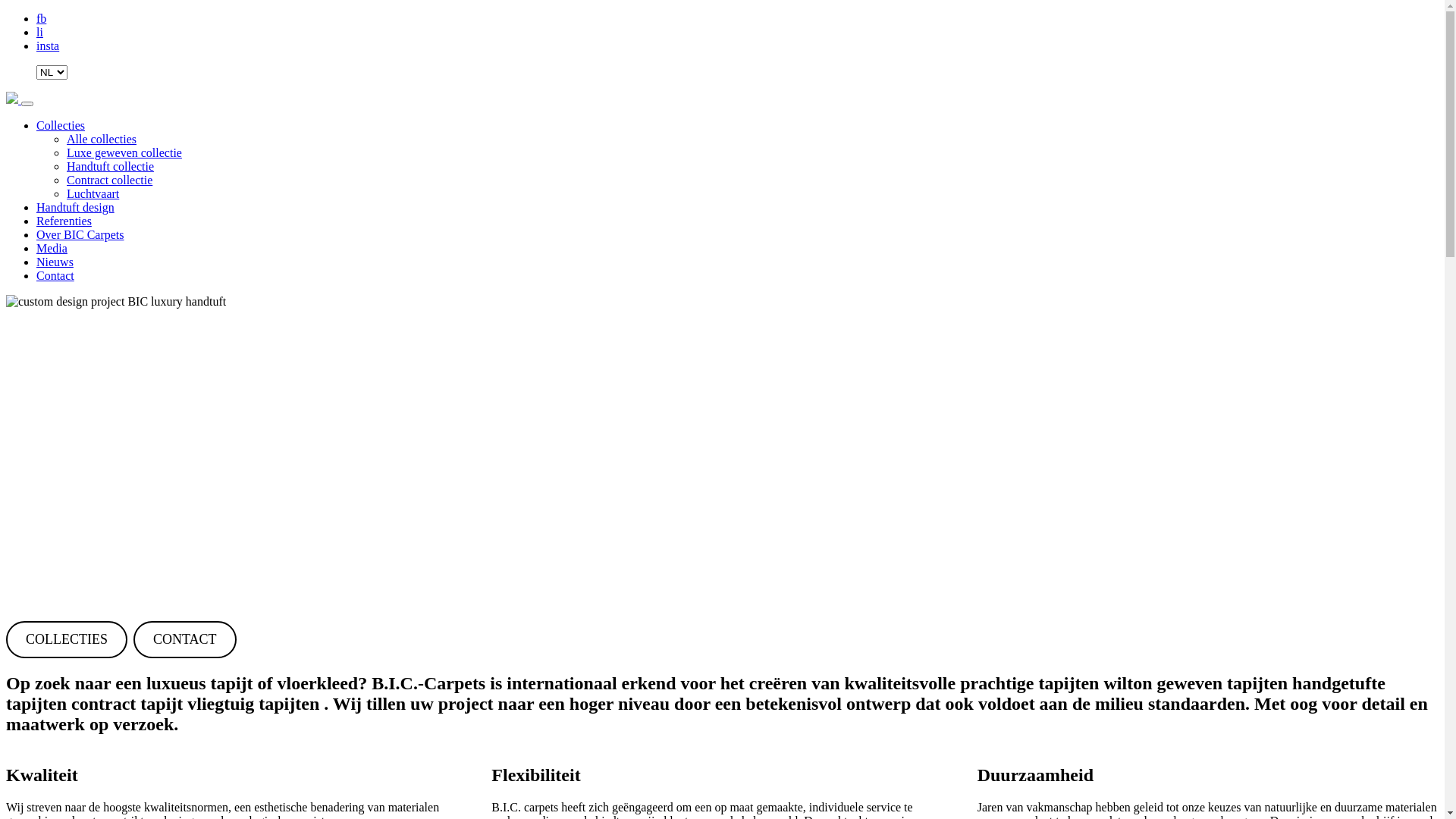 This screenshot has width=1456, height=819. Describe the element at coordinates (47, 45) in the screenshot. I see `'insta'` at that location.